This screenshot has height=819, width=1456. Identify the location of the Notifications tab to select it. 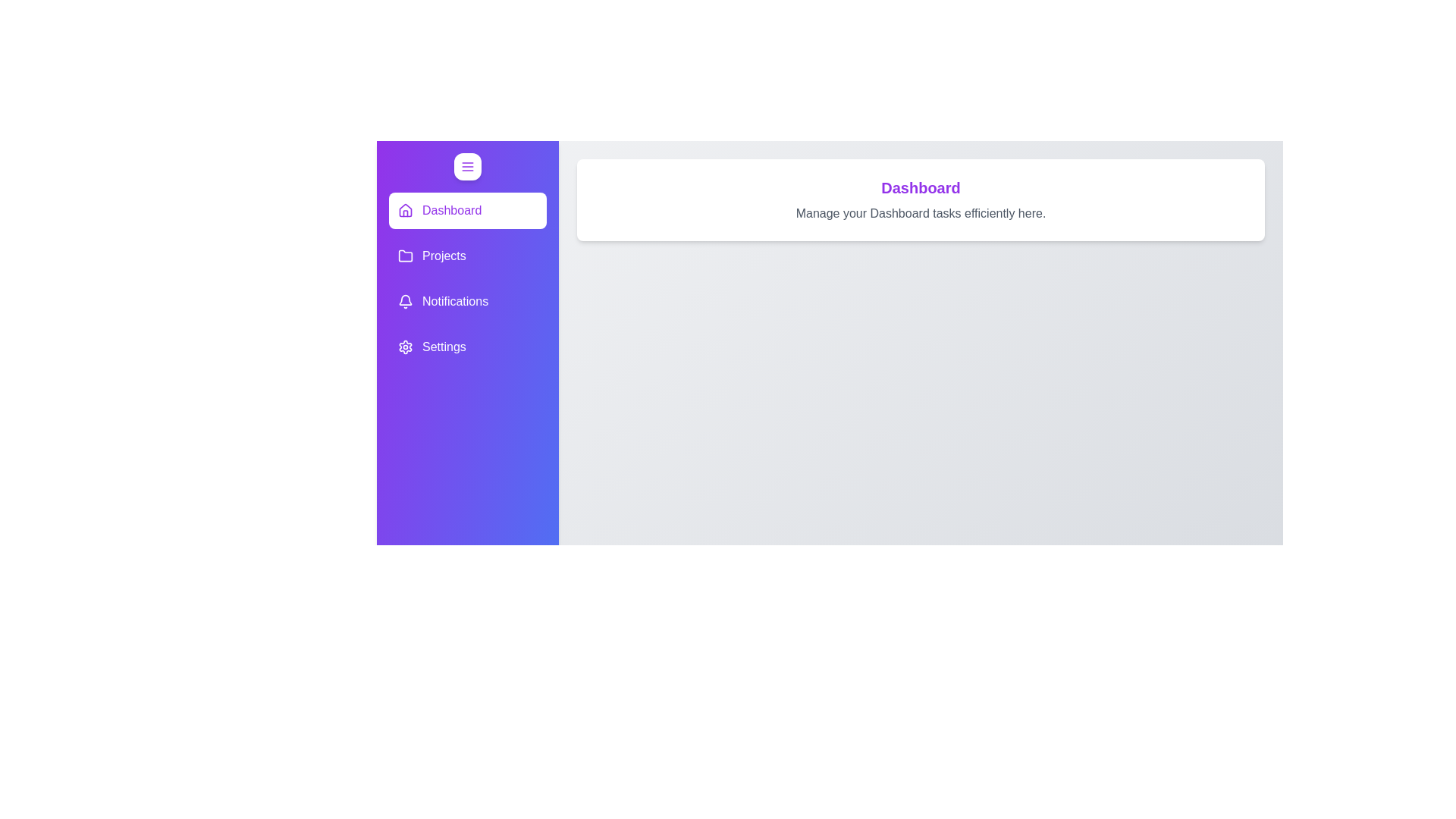
(467, 301).